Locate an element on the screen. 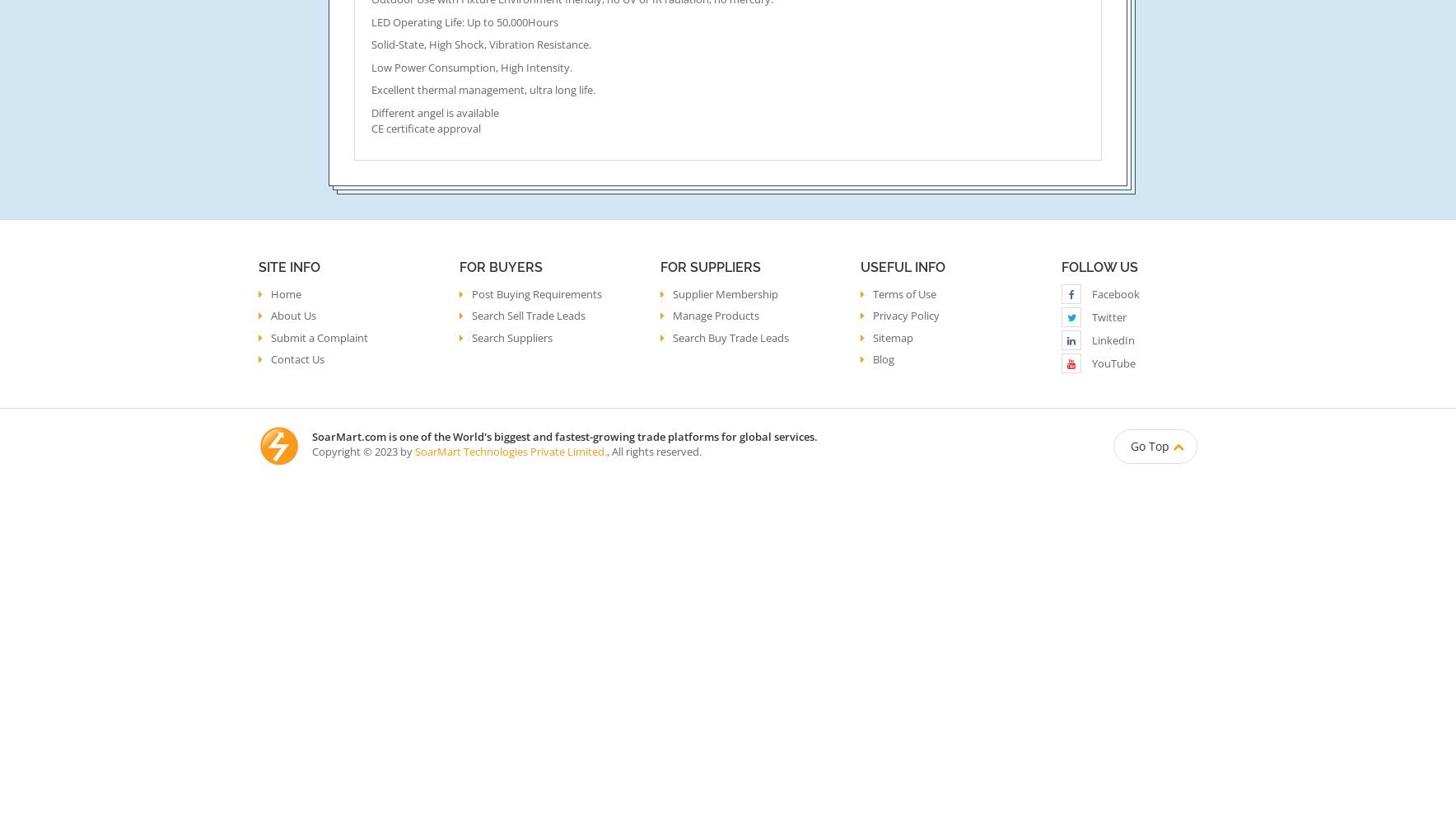 The height and width of the screenshot is (824, 1456). 'Site Info' is located at coordinates (289, 266).